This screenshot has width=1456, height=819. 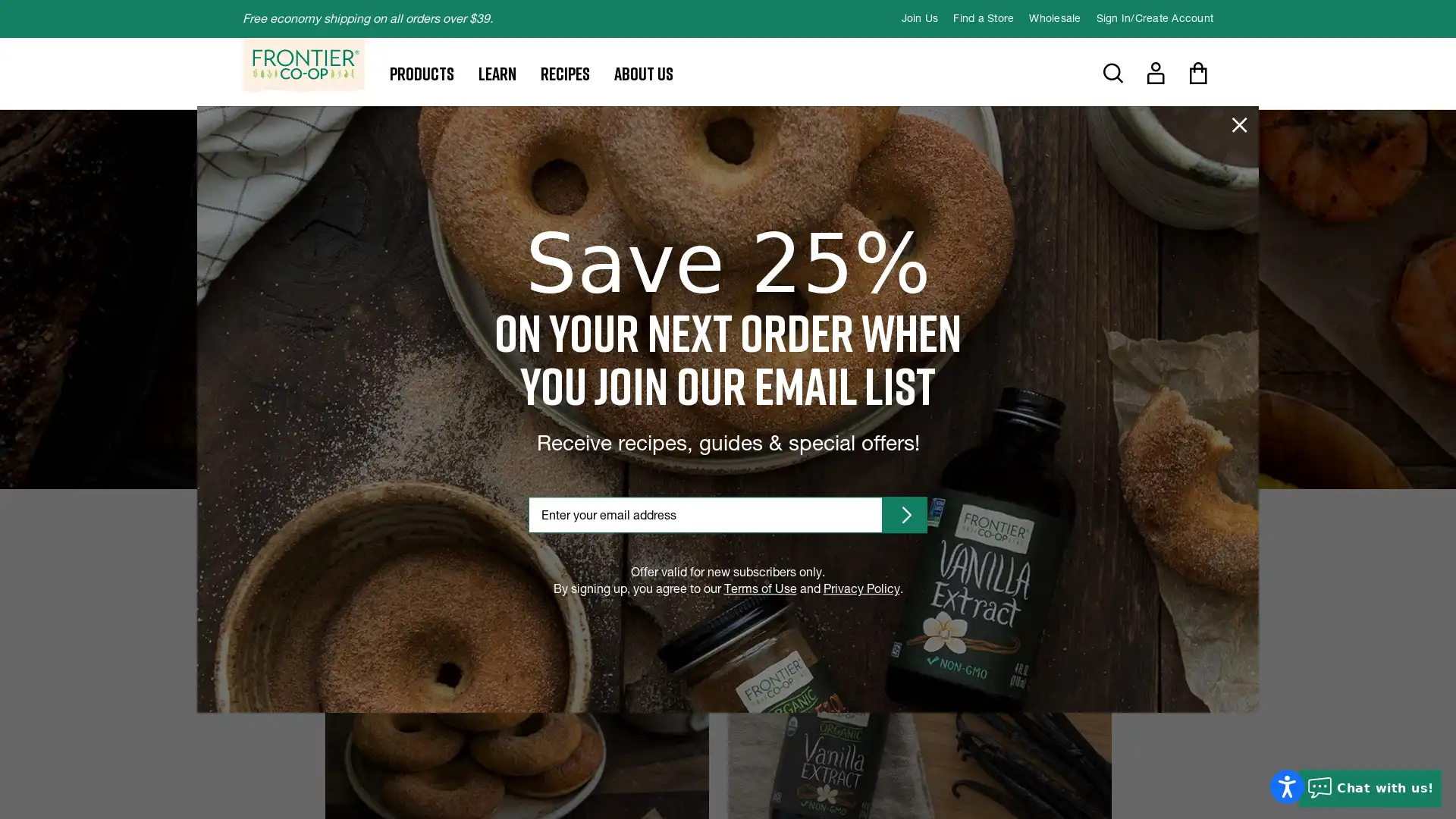 What do you see at coordinates (1197, 73) in the screenshot?
I see `My Cart` at bounding box center [1197, 73].